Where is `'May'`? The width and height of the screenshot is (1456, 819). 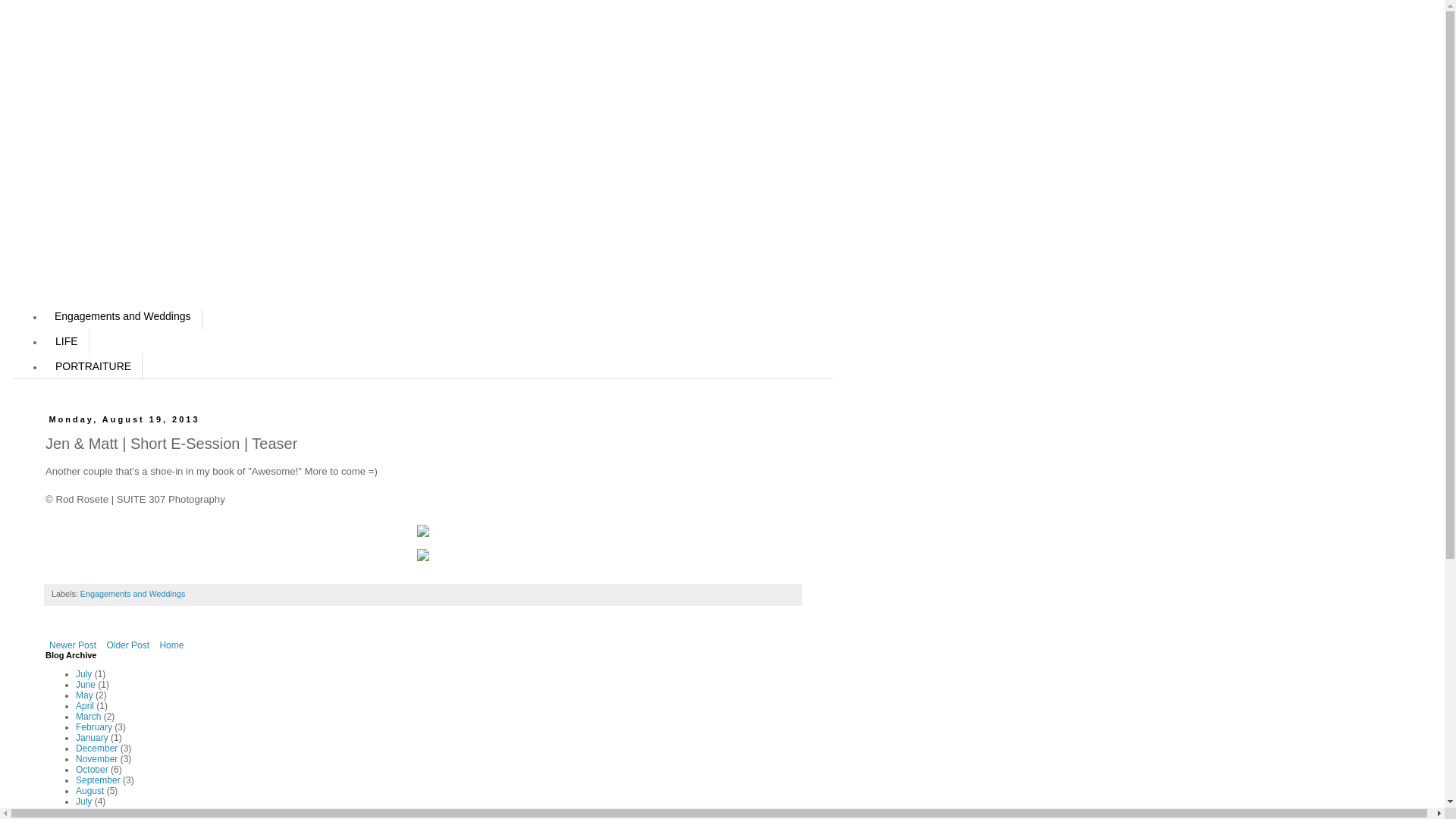
'May' is located at coordinates (83, 695).